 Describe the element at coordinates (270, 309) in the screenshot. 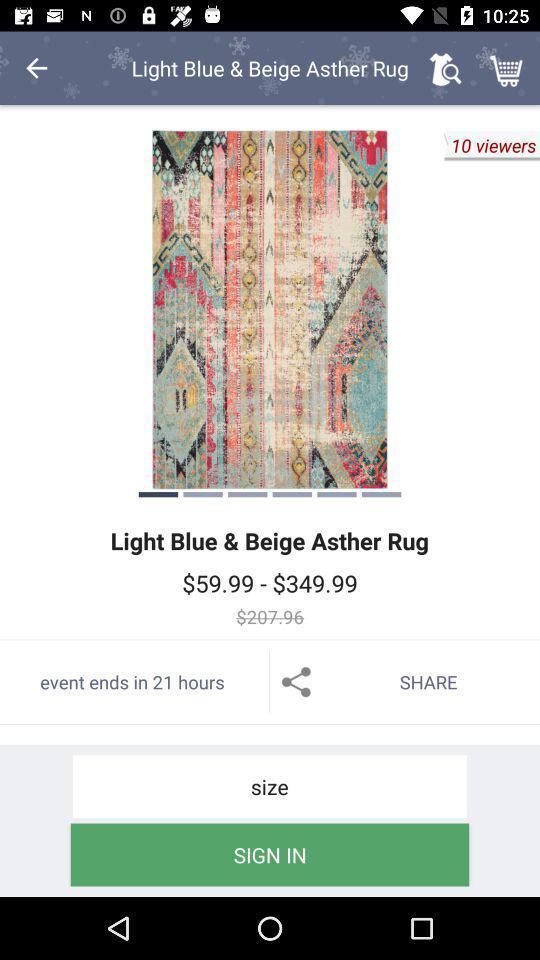

I see `the item to the left of 10 viewers icon` at that location.